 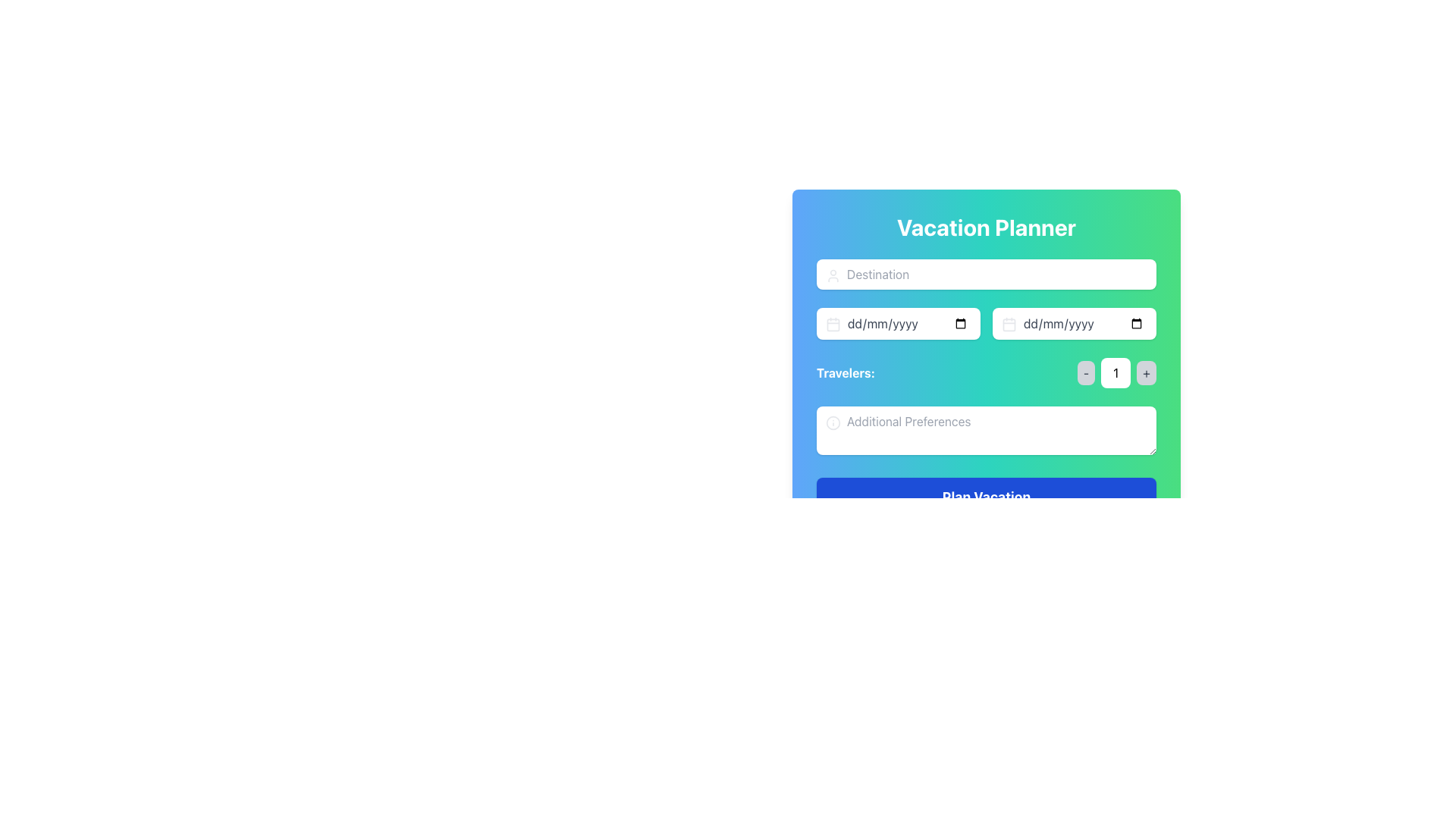 I want to click on the Static Display Field displaying the number '1', which is located between the '-' and '+' buttons under the 'Travelers:' label, so click(x=1116, y=373).